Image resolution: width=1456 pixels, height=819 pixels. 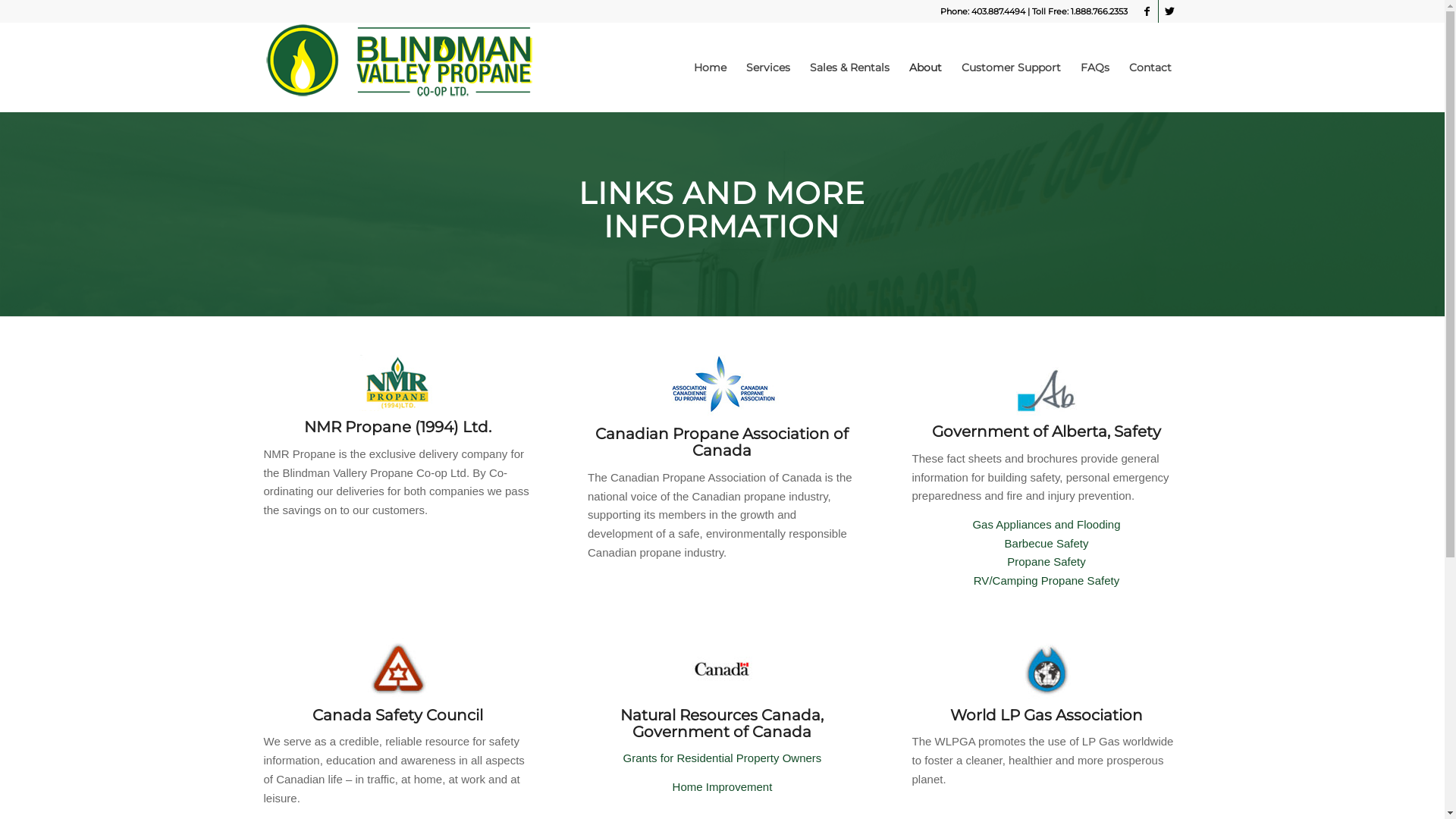 I want to click on 'Contact', so click(x=1150, y=66).